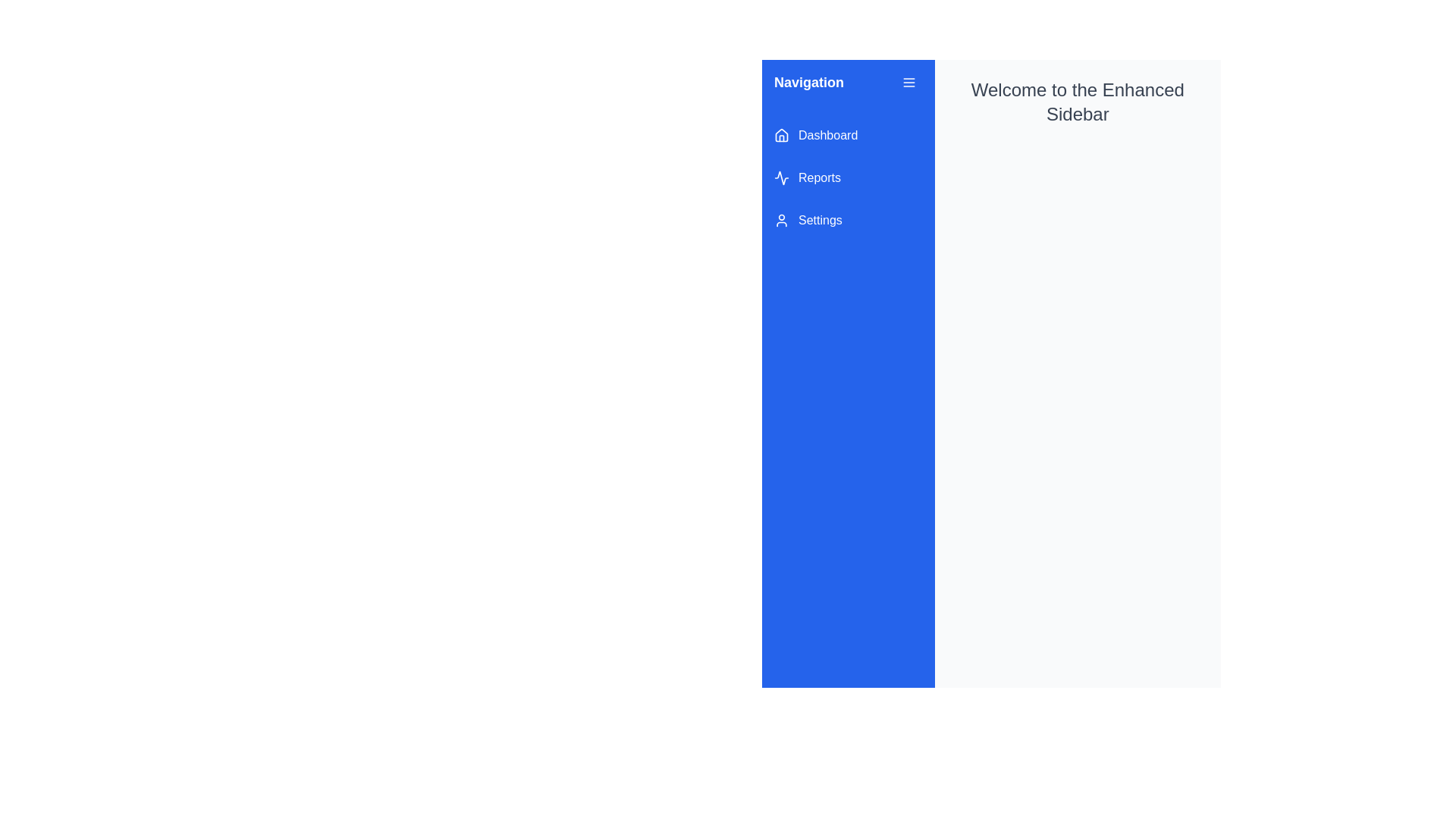 This screenshot has width=1456, height=819. What do you see at coordinates (782, 133) in the screenshot?
I see `the house-shaped icon in the sidebar adjacent to the 'Dashboard' text` at bounding box center [782, 133].